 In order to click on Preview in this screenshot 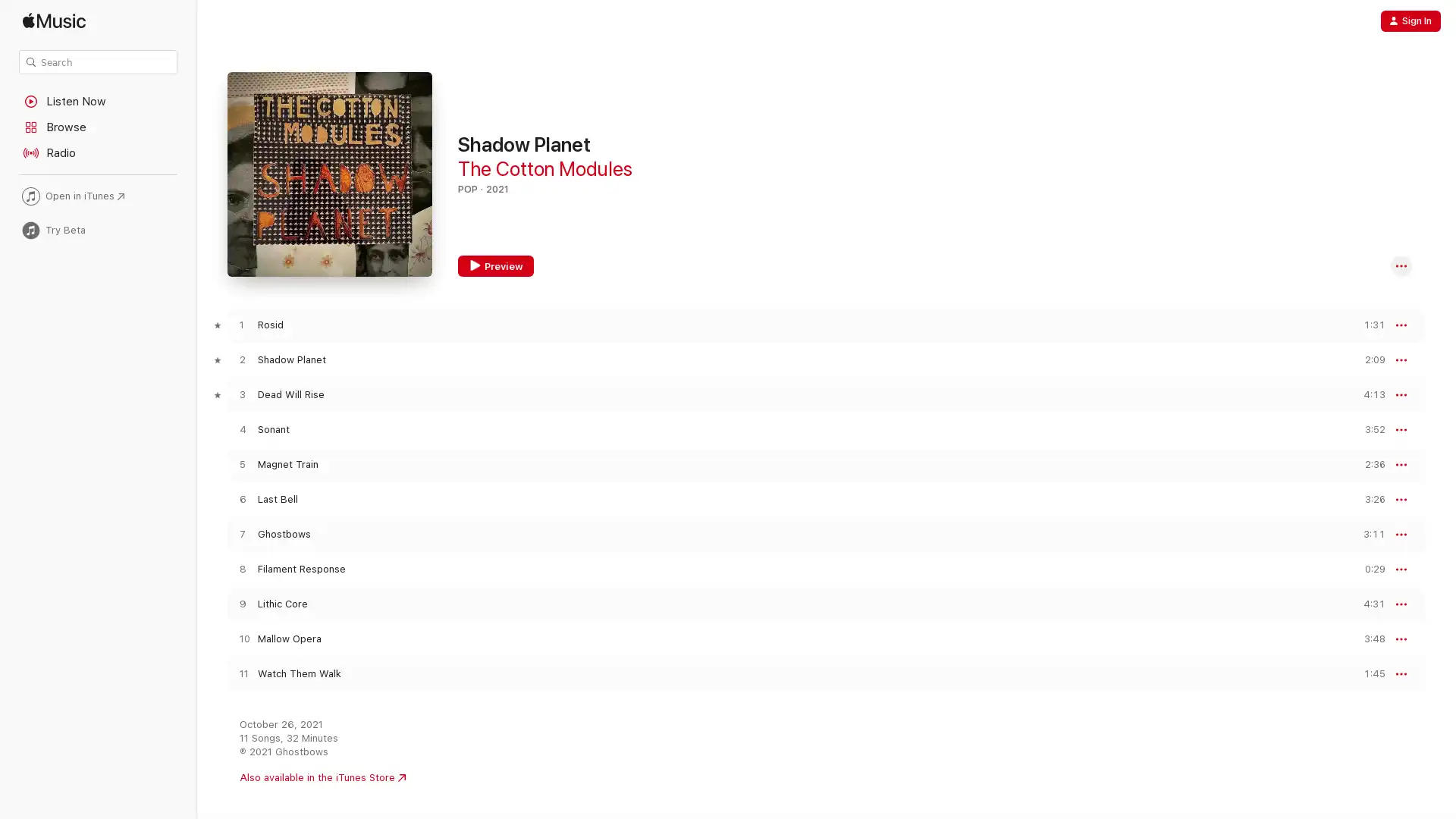, I will do `click(1368, 429)`.